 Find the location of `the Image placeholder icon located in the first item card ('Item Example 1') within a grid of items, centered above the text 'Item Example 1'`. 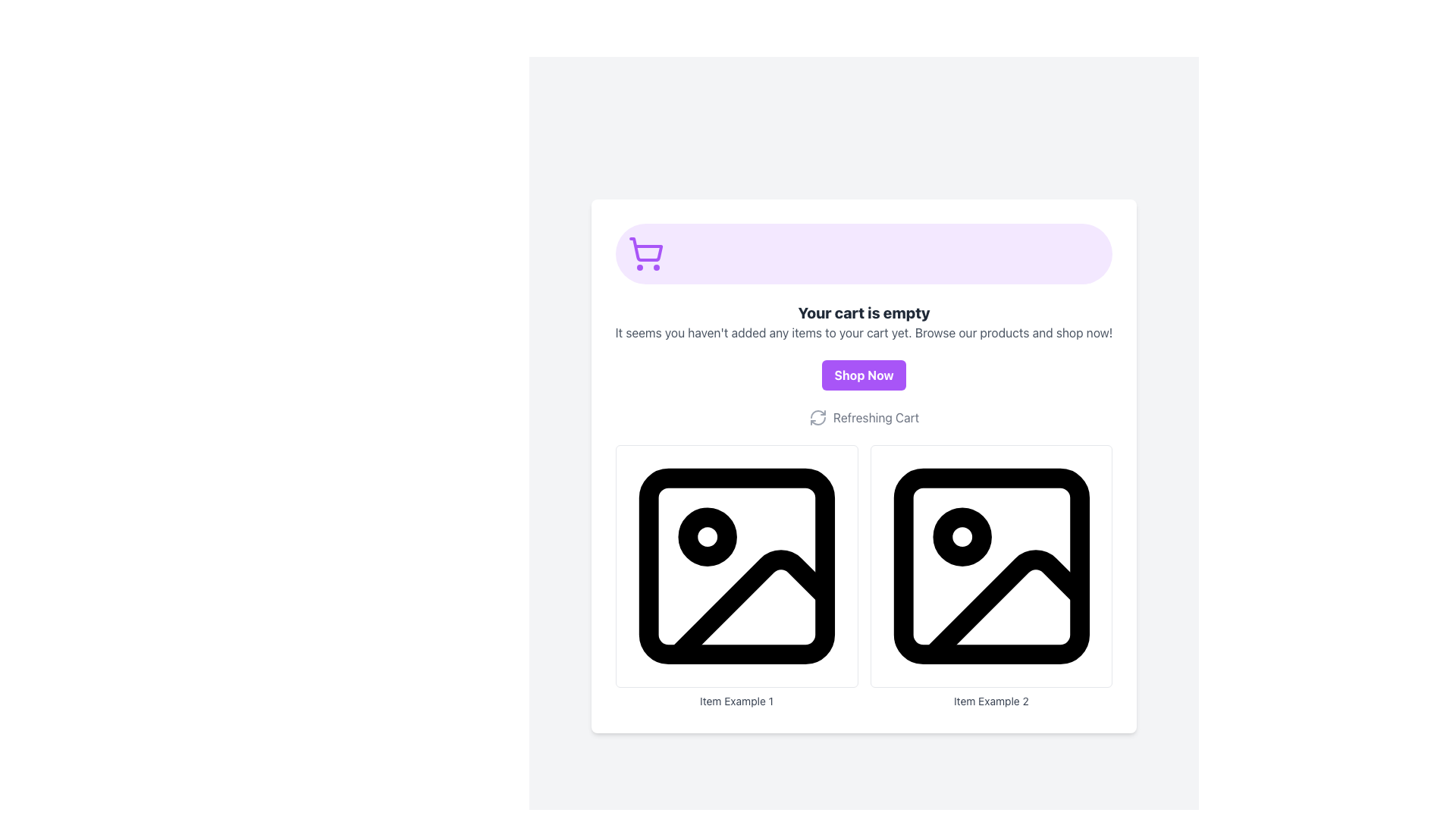

the Image placeholder icon located in the first item card ('Item Example 1') within a grid of items, centered above the text 'Item Example 1' is located at coordinates (736, 566).